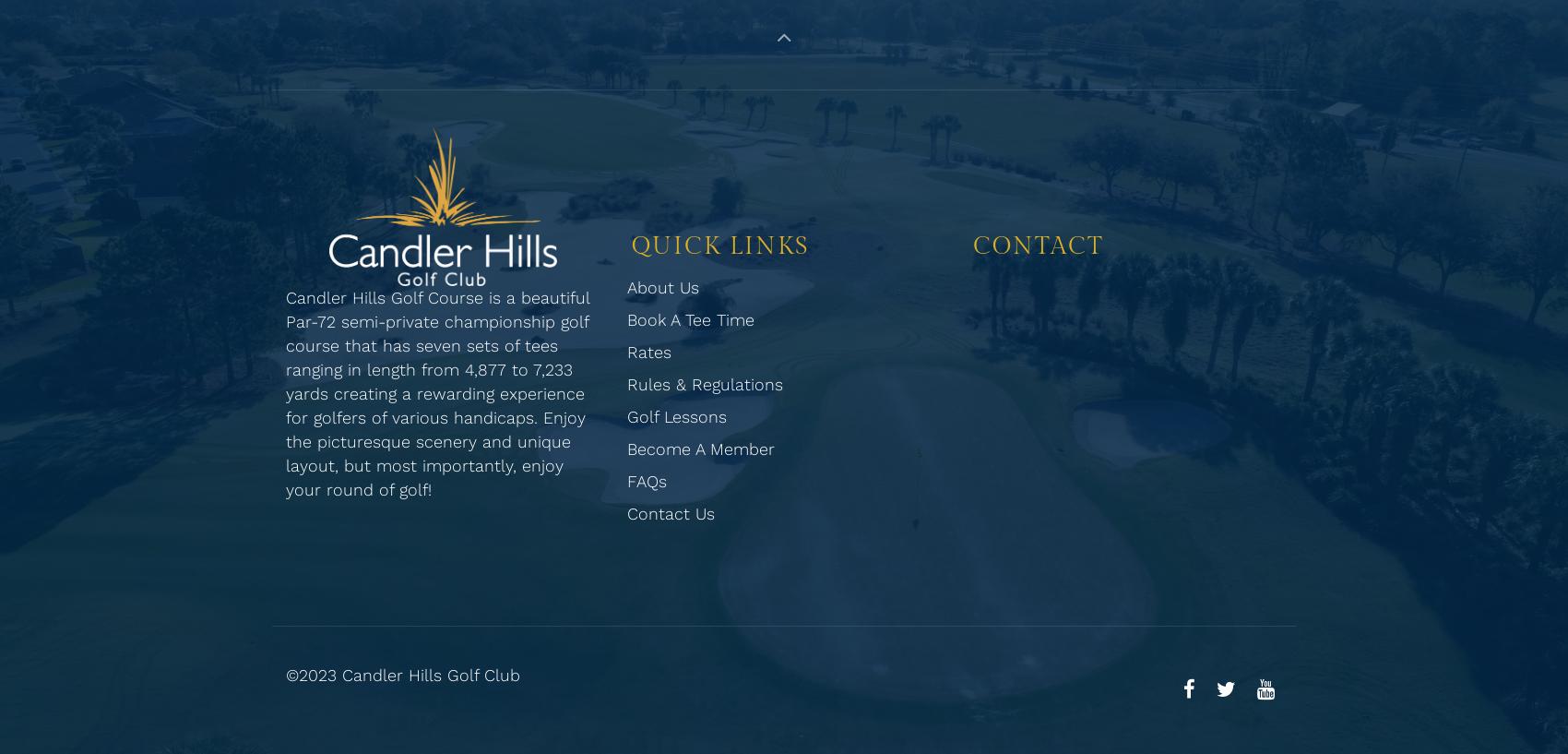 This screenshot has height=754, width=1568. Describe the element at coordinates (671, 511) in the screenshot. I see `'Contact Us'` at that location.